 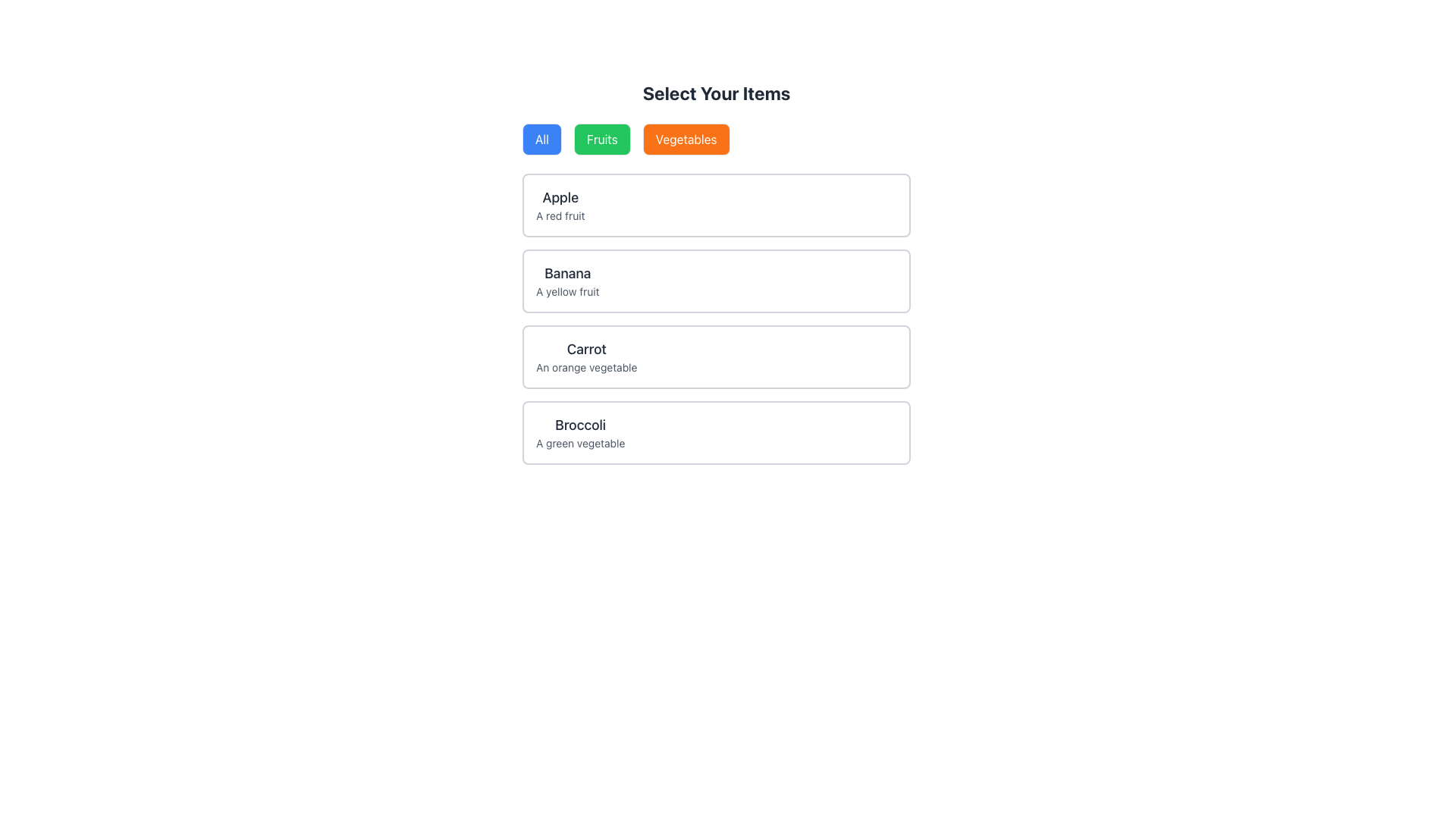 What do you see at coordinates (542, 140) in the screenshot?
I see `the blue button labeled 'All'` at bounding box center [542, 140].